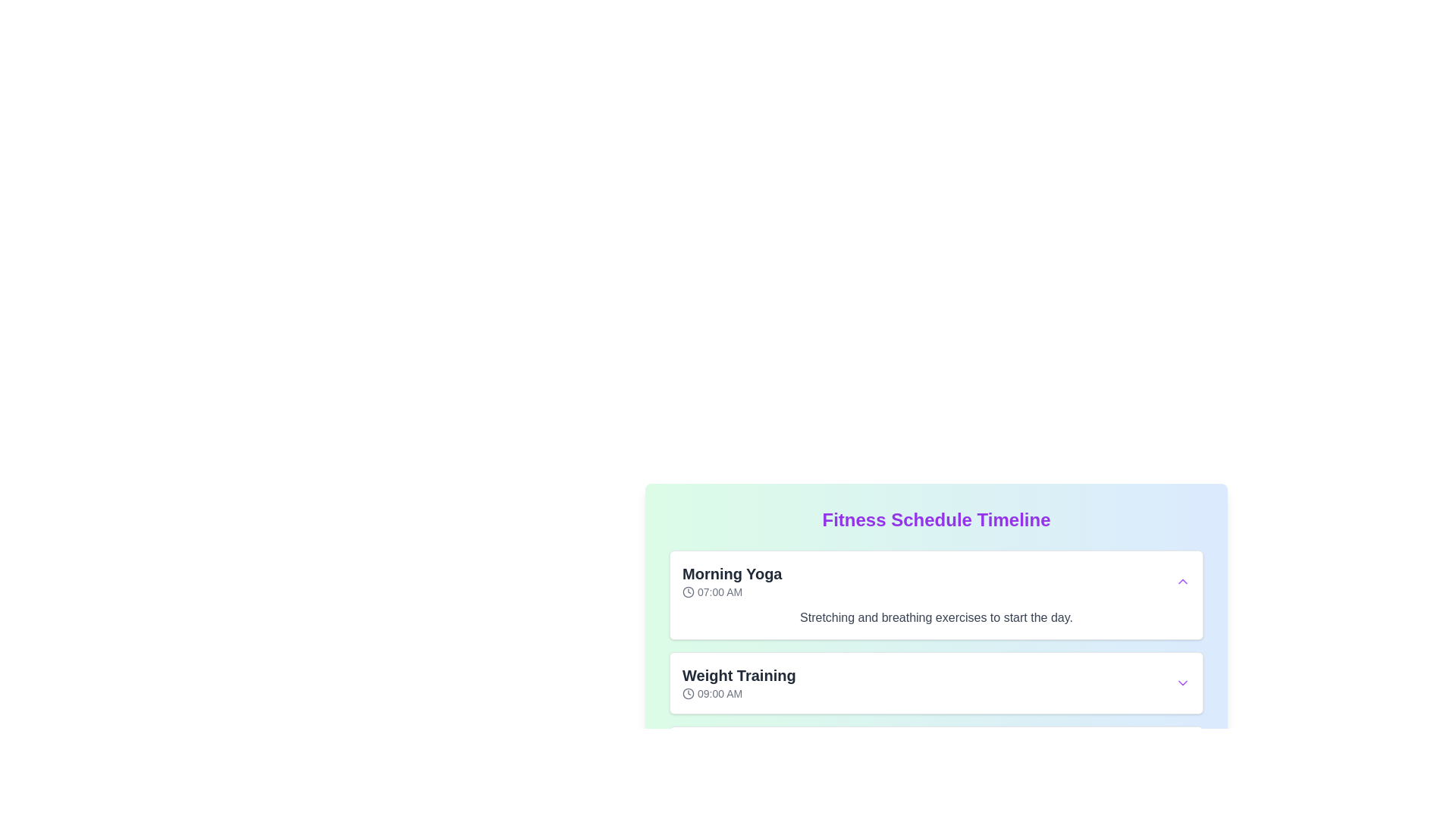 The width and height of the screenshot is (1456, 819). Describe the element at coordinates (1182, 581) in the screenshot. I see `the upward-pointing chevron icon styled in purple located on the right side of the 'Morning Yoga' section` at that location.